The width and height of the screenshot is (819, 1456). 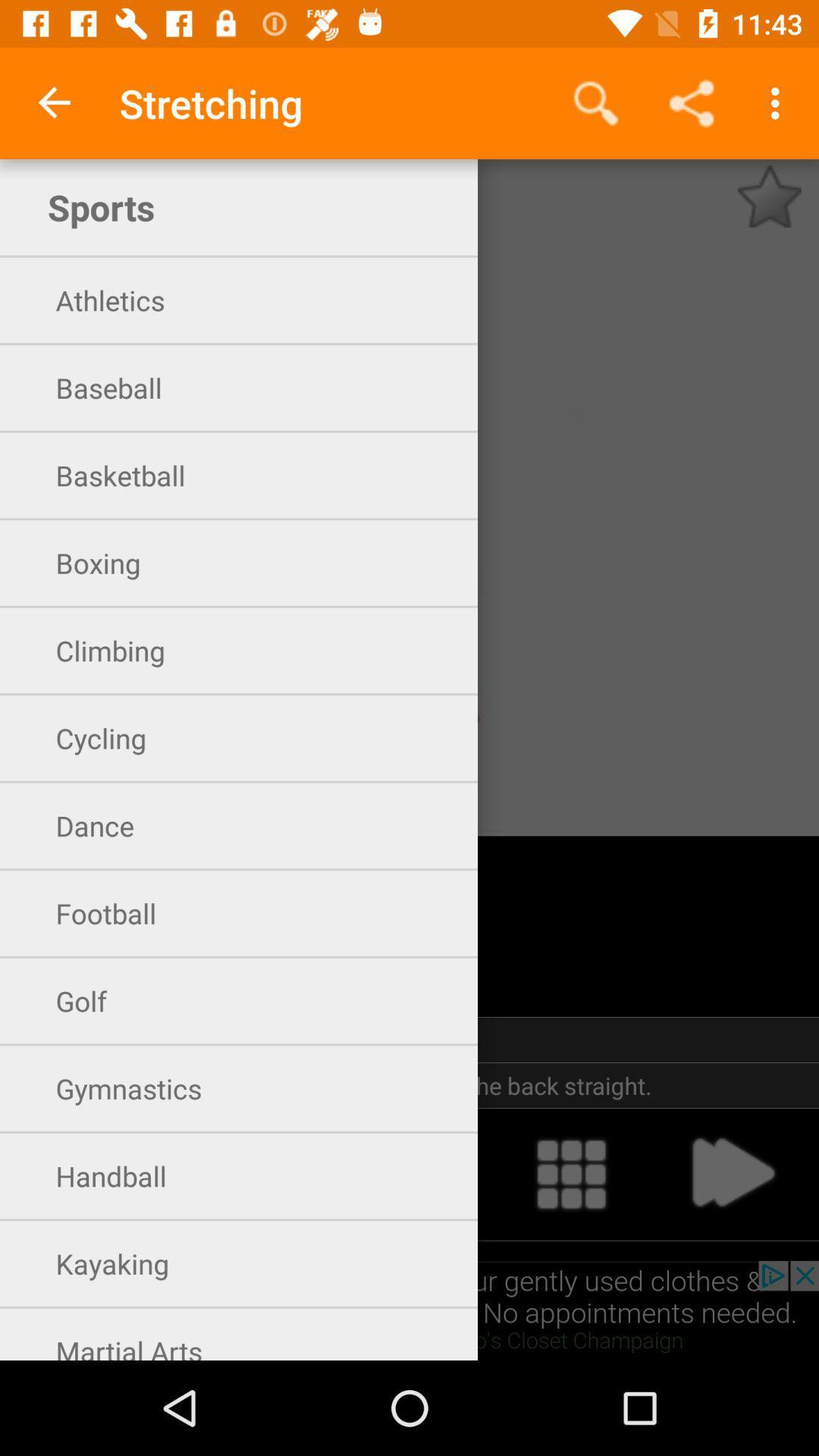 What do you see at coordinates (409, 1173) in the screenshot?
I see `choose the handball` at bounding box center [409, 1173].